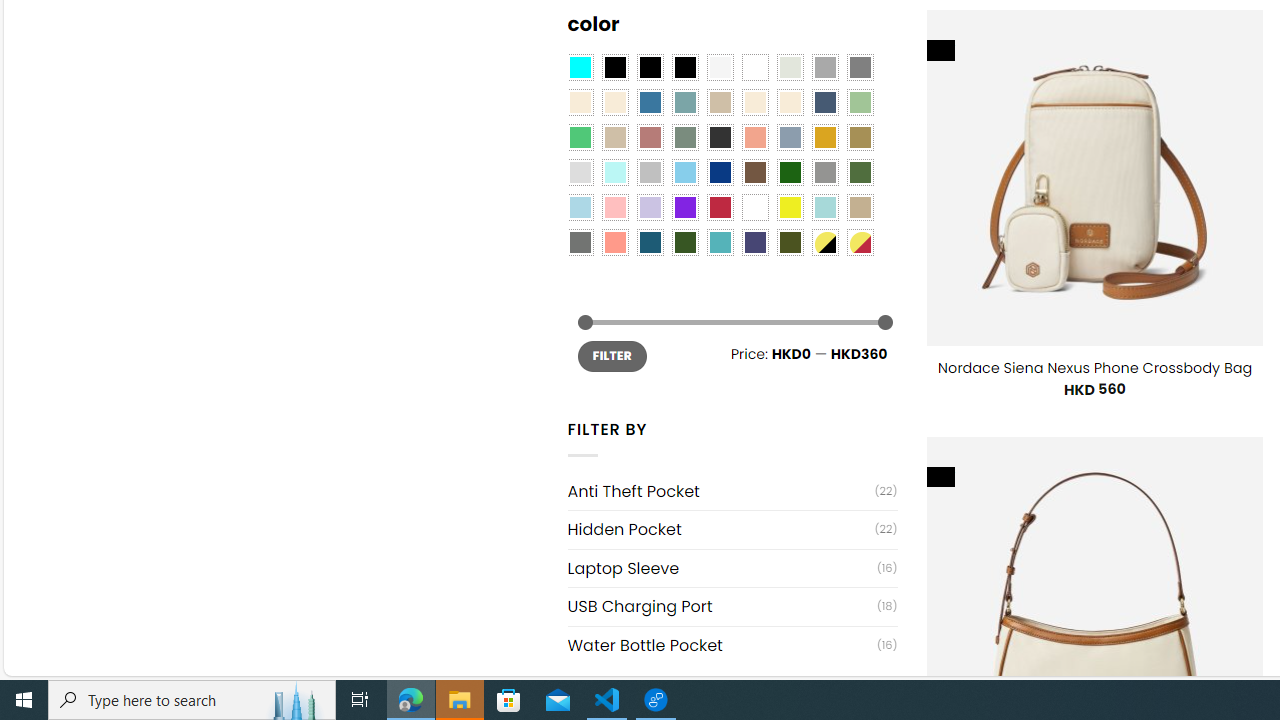  Describe the element at coordinates (684, 242) in the screenshot. I see `'Forest'` at that location.